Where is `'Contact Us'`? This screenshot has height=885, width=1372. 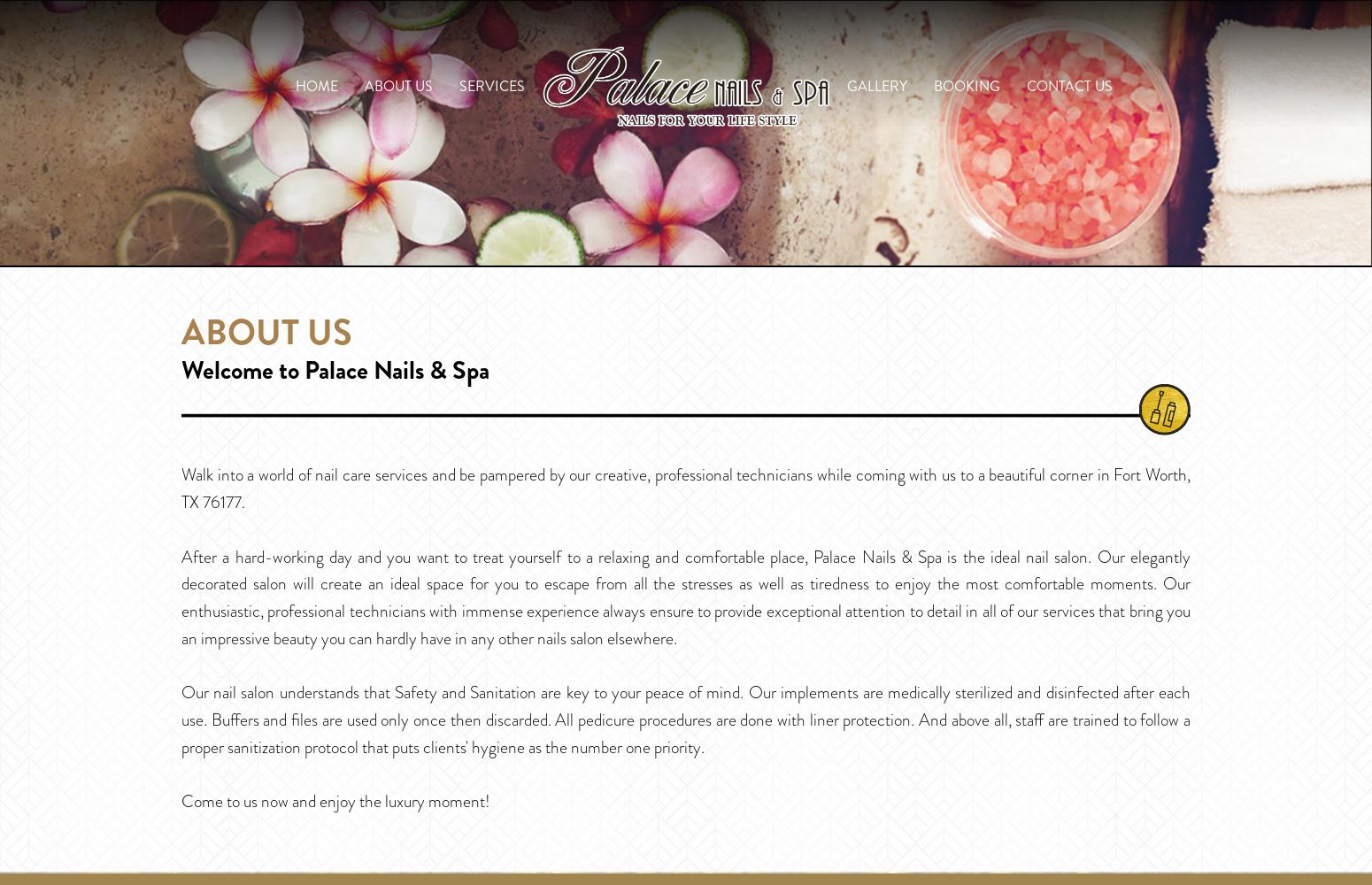
'Contact Us' is located at coordinates (1068, 85).